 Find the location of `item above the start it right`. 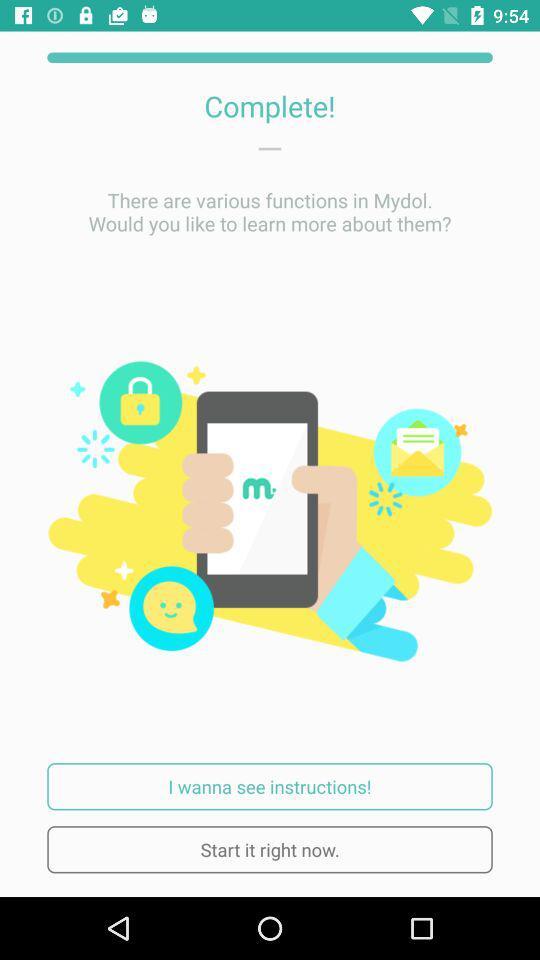

item above the start it right is located at coordinates (270, 786).